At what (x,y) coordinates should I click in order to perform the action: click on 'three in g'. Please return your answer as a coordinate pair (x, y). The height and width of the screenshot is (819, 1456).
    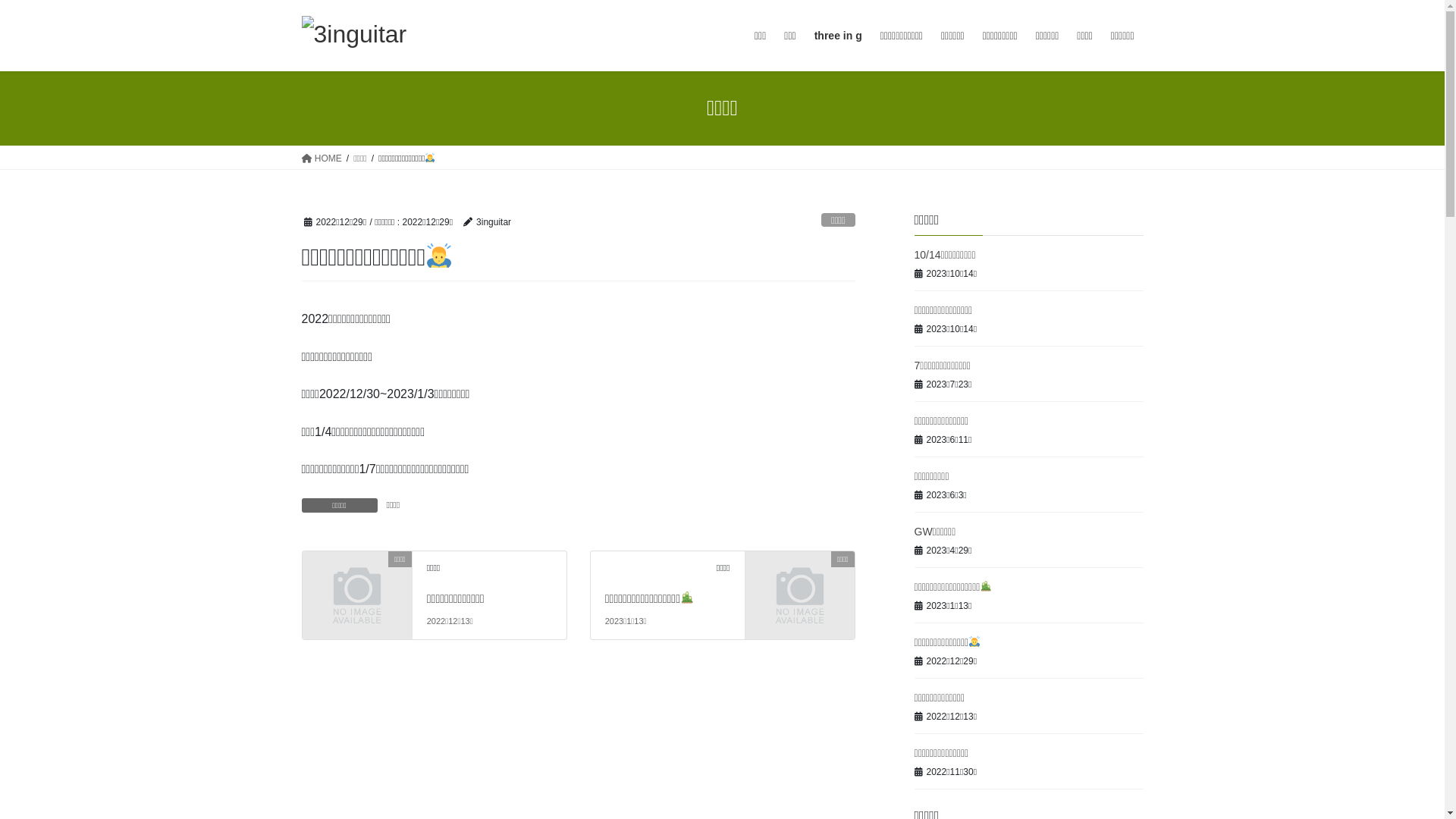
    Looking at the image, I should click on (837, 35).